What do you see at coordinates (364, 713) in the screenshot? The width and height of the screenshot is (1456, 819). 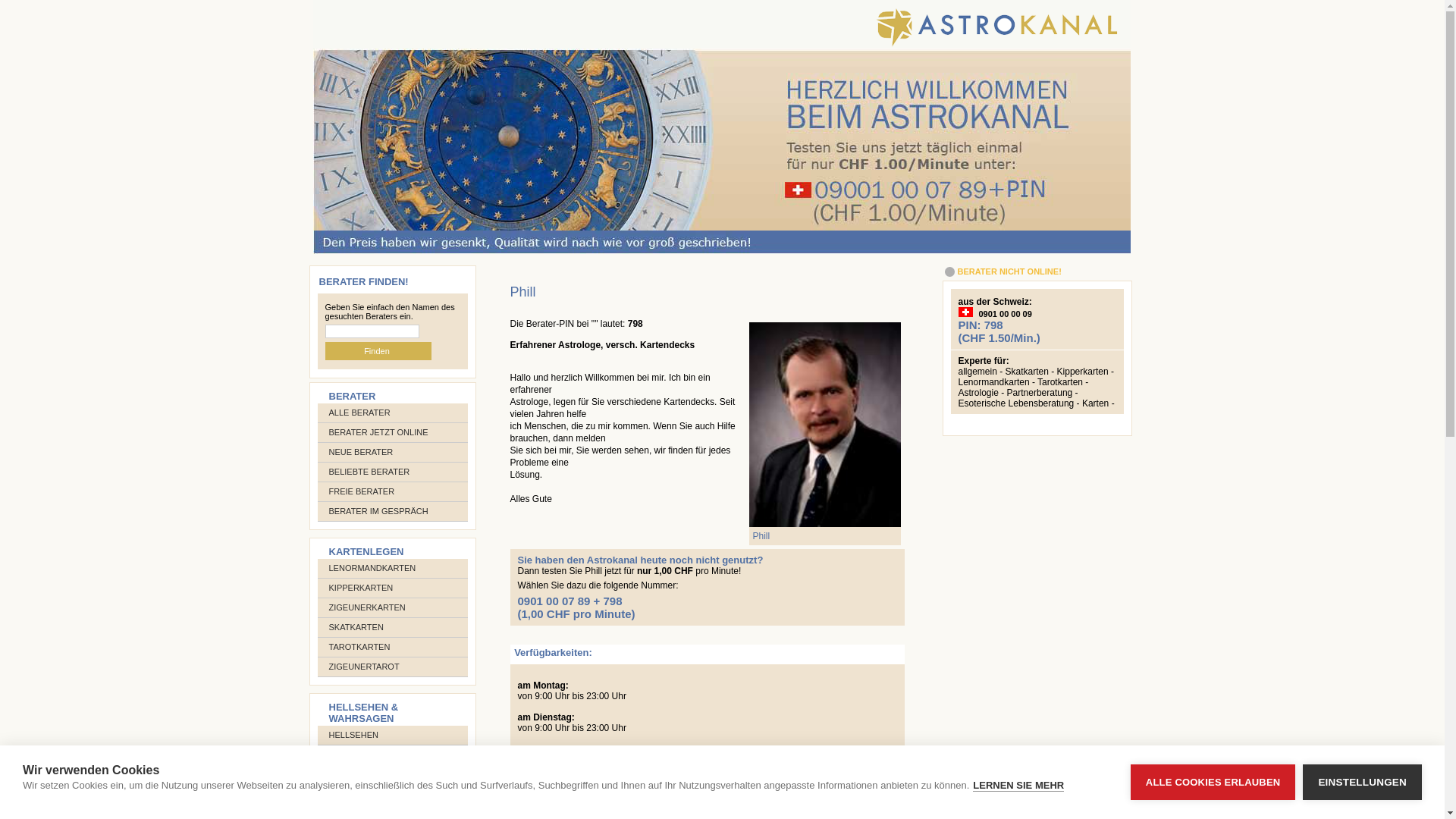 I see `'HELLSEHEN & WAHRSAGEN'` at bounding box center [364, 713].